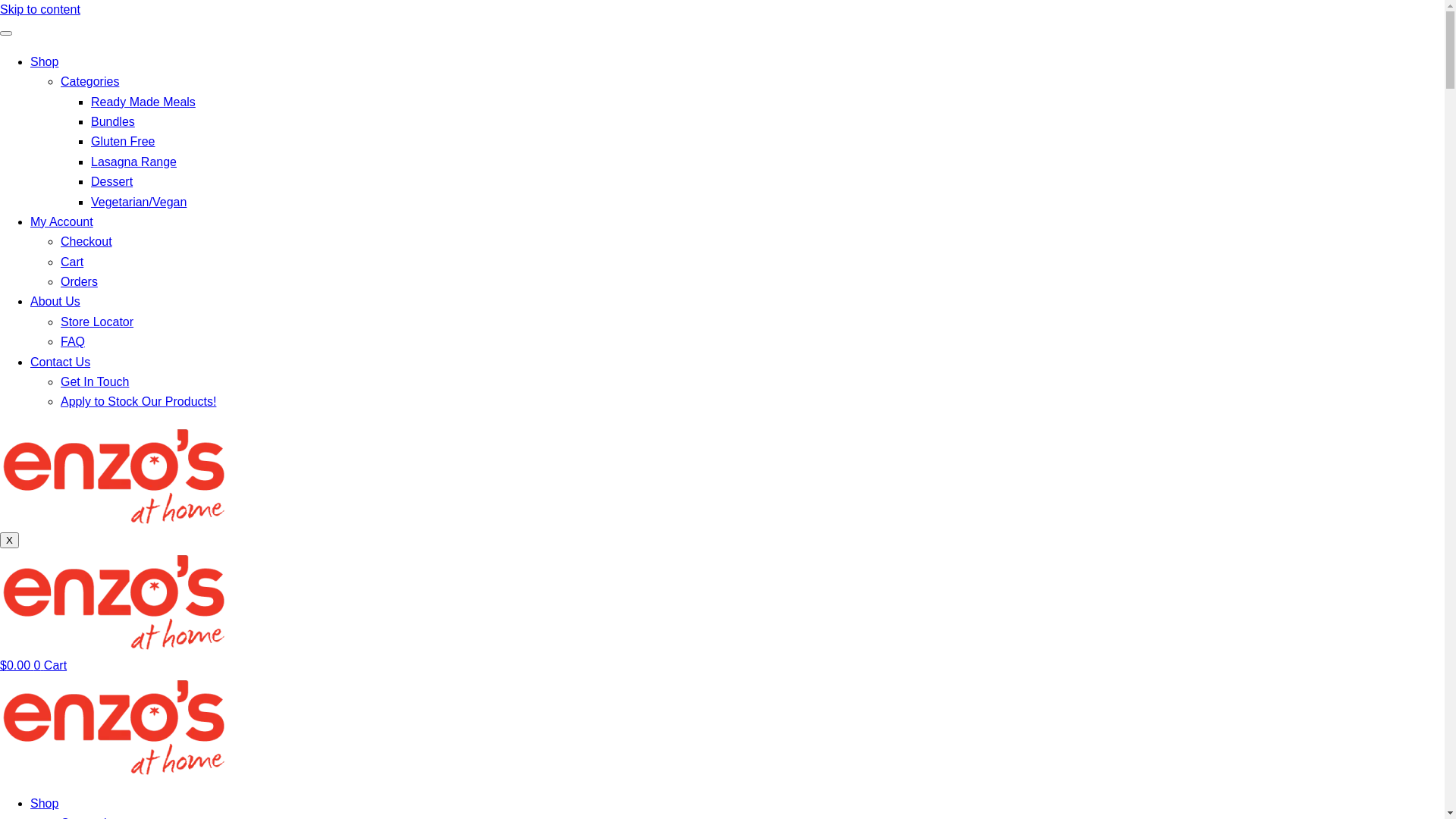 The image size is (1456, 819). What do you see at coordinates (72, 341) in the screenshot?
I see `'FAQ'` at bounding box center [72, 341].